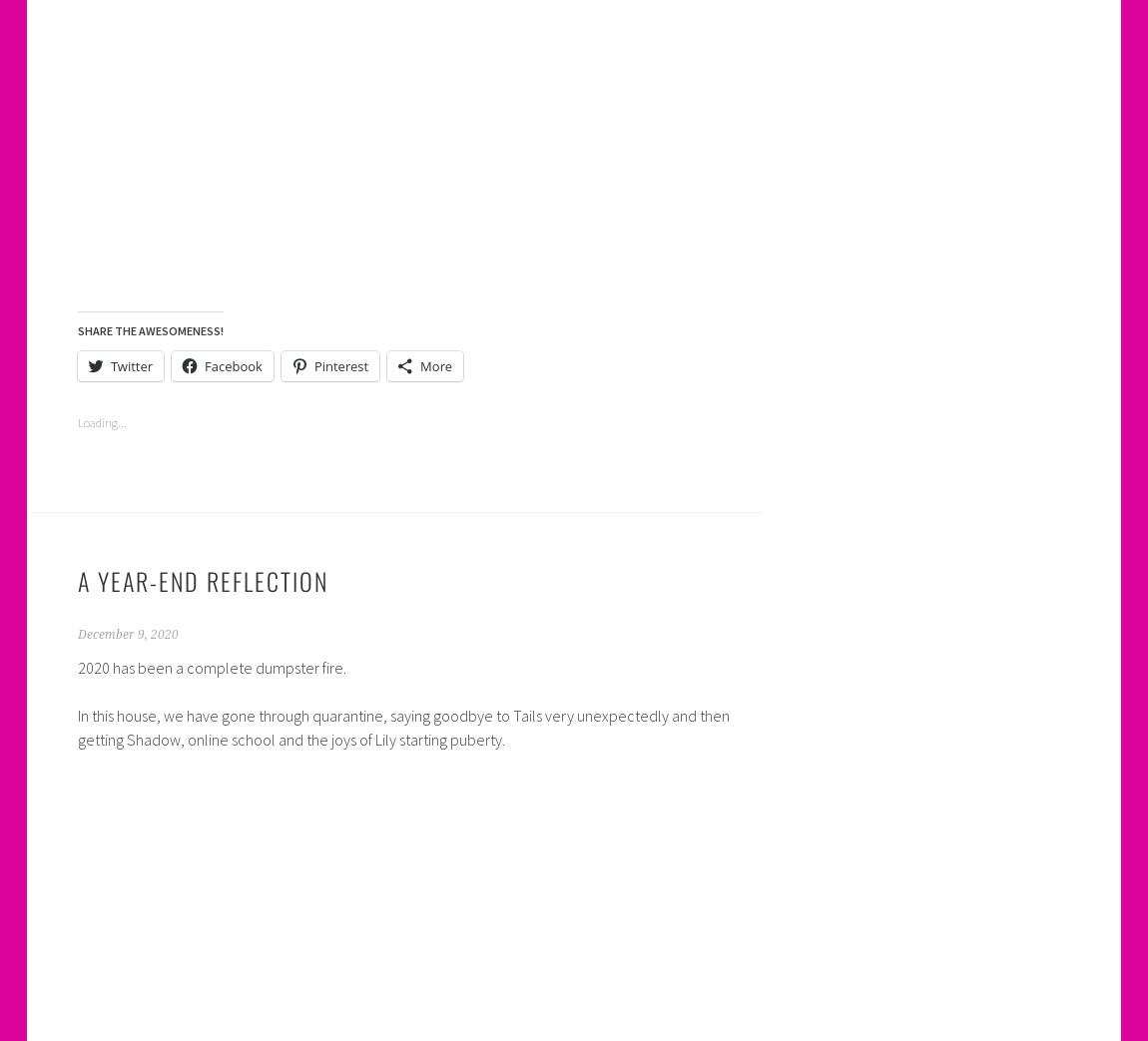  I want to click on '2020 has been a complete dumpster fire.', so click(210, 666).